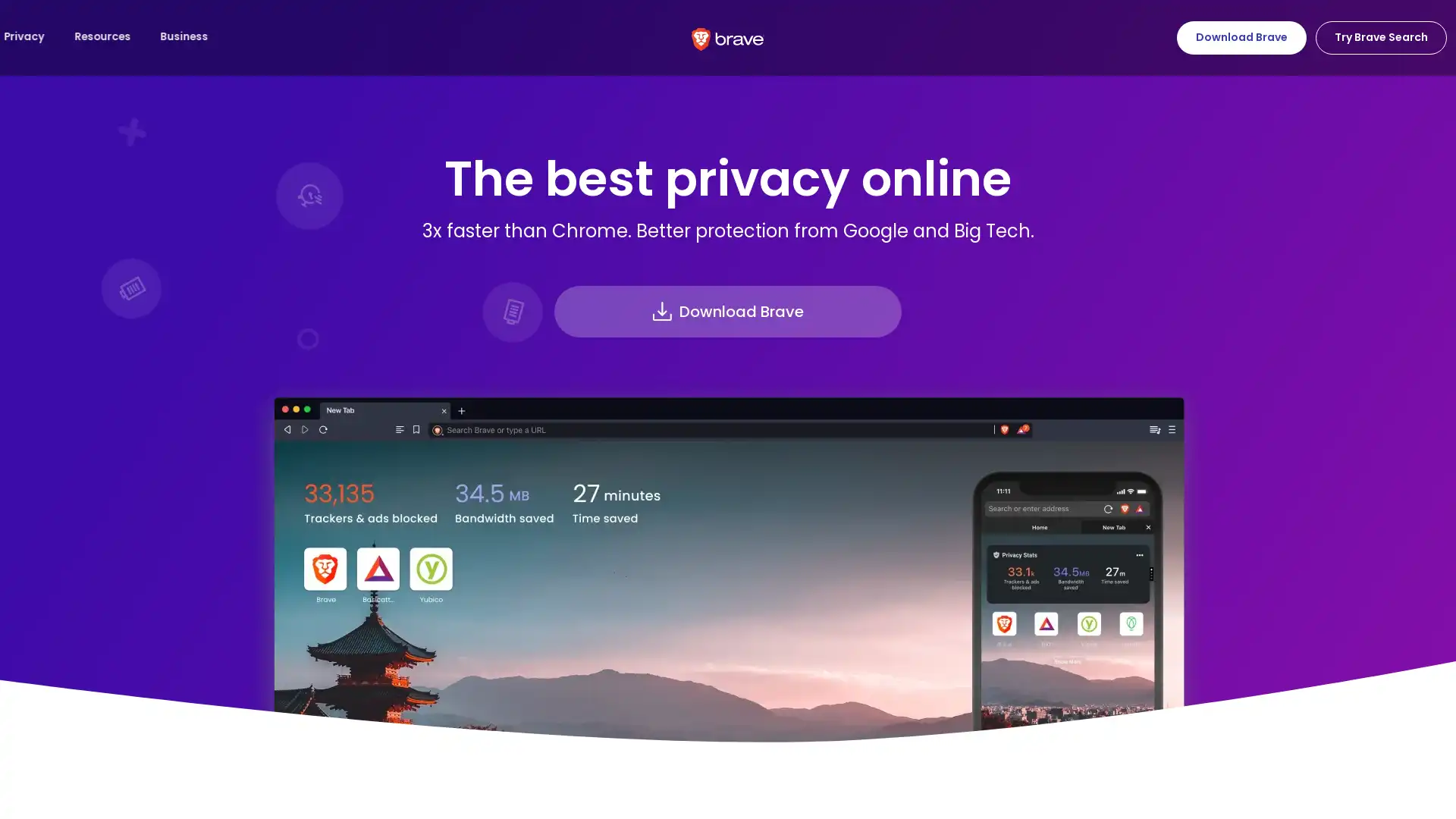 This screenshot has width=1456, height=819. What do you see at coordinates (196, 36) in the screenshot?
I see `Privacy` at bounding box center [196, 36].